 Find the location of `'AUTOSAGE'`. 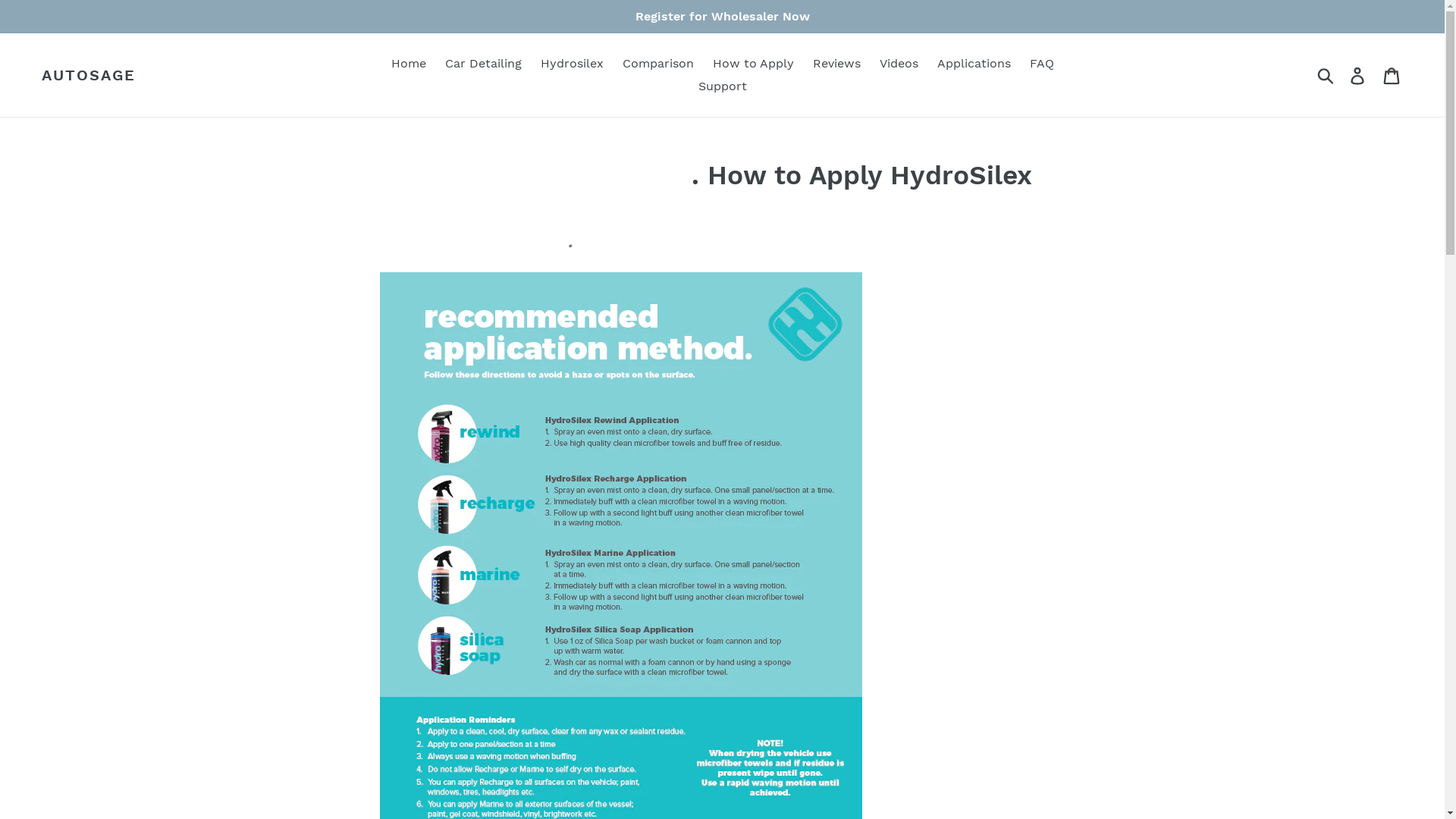

'AUTOSAGE' is located at coordinates (87, 75).